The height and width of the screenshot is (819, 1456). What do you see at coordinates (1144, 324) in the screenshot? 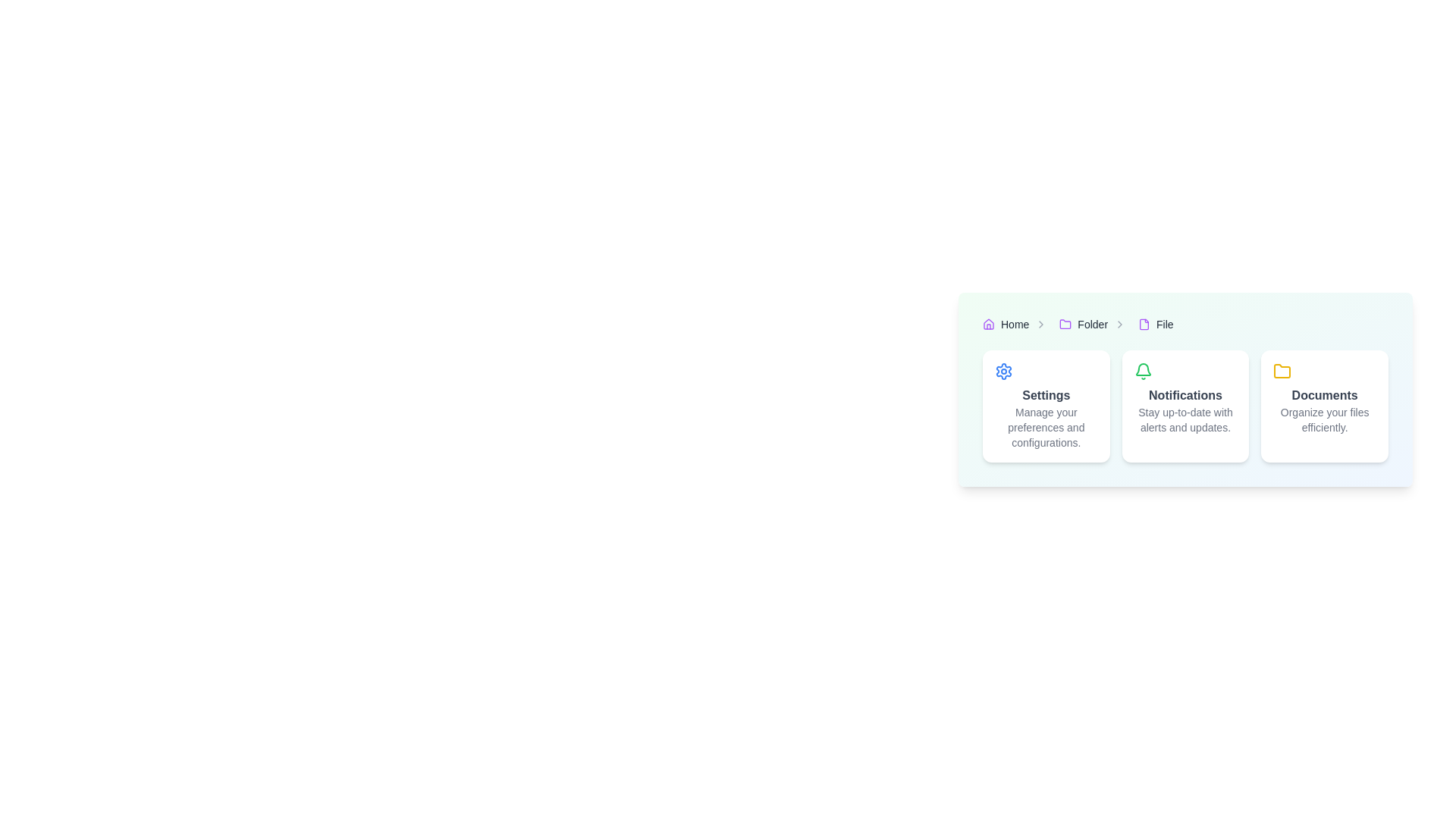
I see `the purple document icon located at the beginning of the breadcrumb navigation link labeled 'File'` at bounding box center [1144, 324].